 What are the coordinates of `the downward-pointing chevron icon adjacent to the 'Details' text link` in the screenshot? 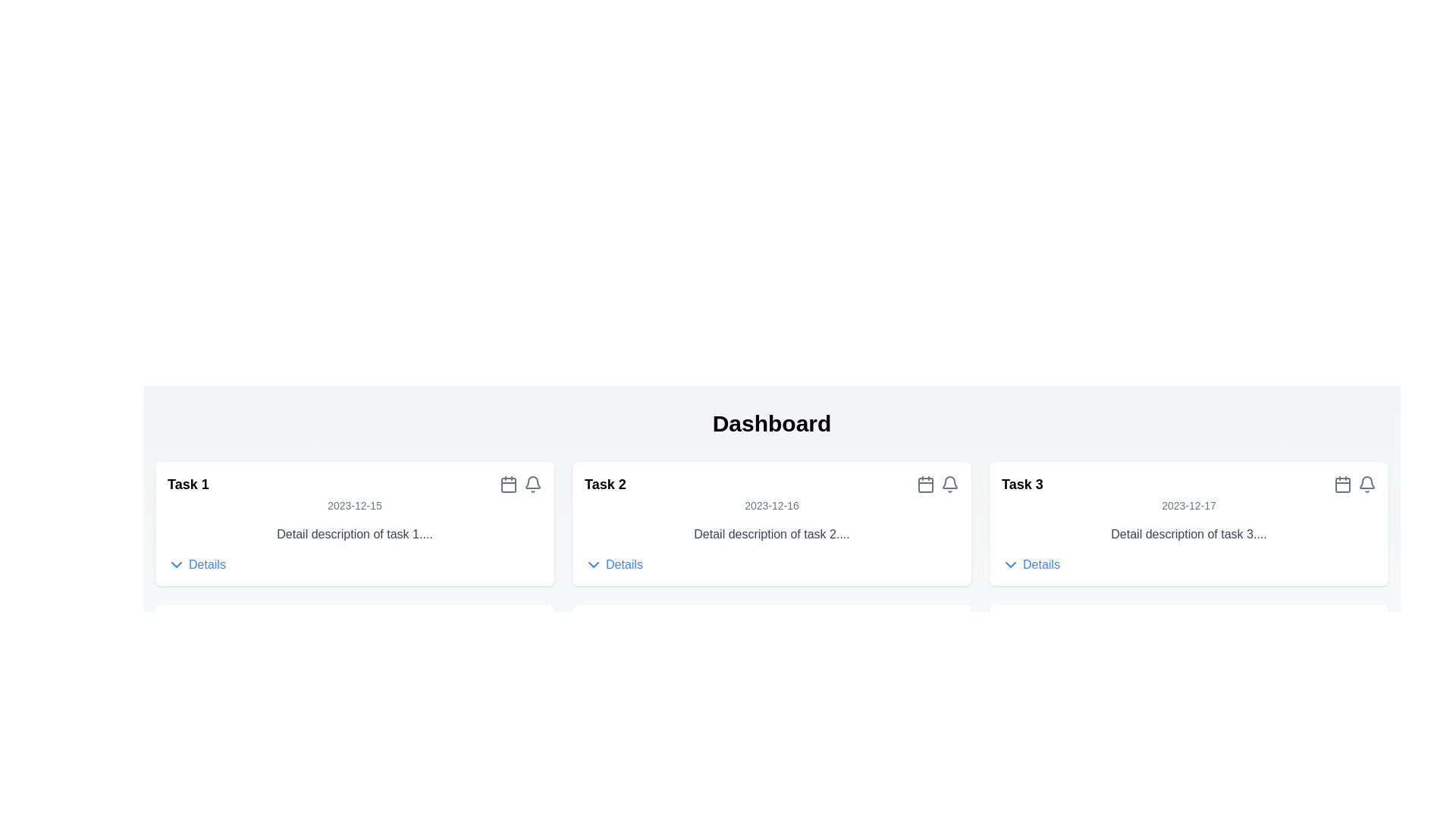 It's located at (177, 564).